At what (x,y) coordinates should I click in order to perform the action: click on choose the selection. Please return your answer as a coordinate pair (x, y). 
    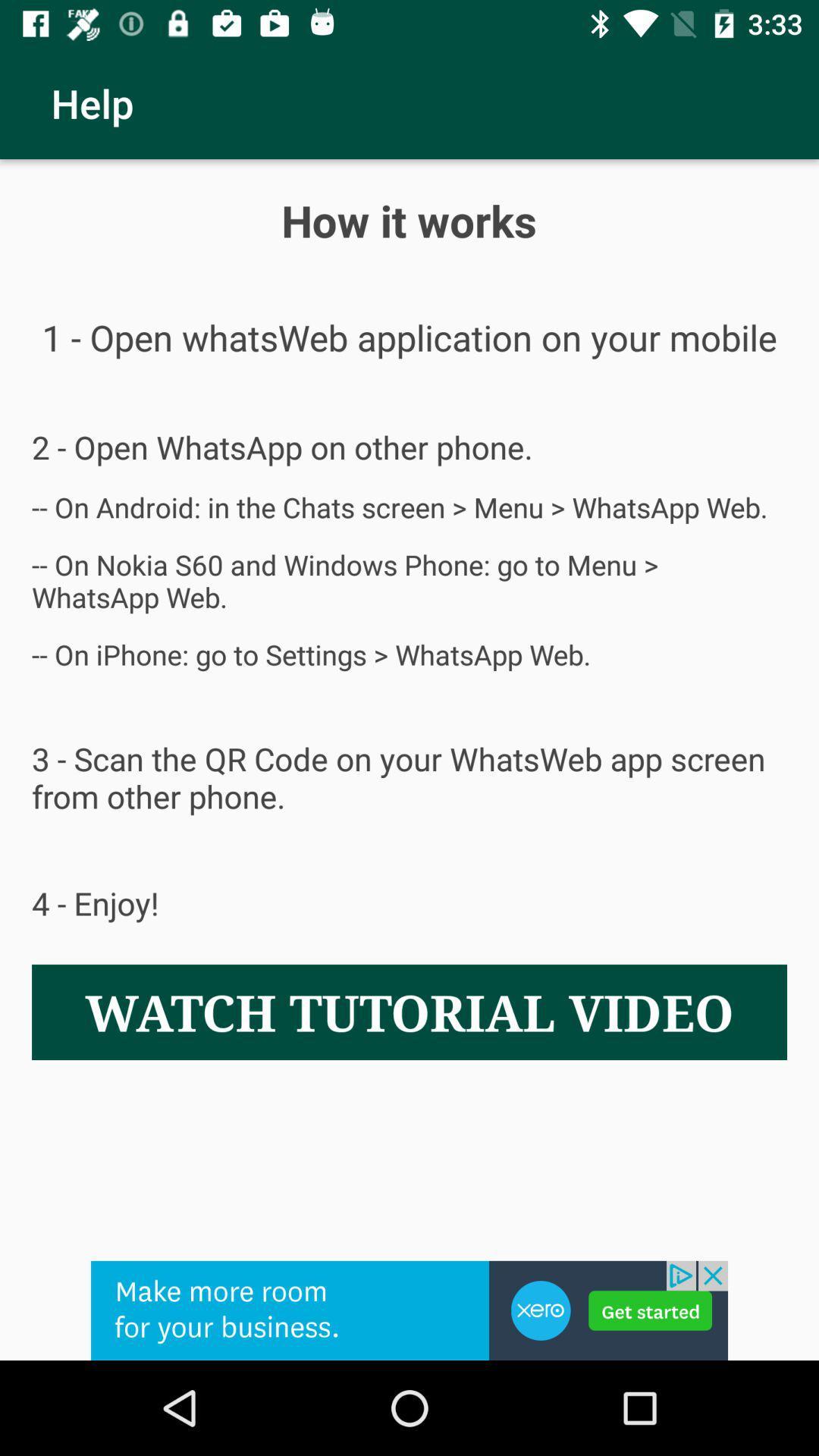
    Looking at the image, I should click on (409, 1310).